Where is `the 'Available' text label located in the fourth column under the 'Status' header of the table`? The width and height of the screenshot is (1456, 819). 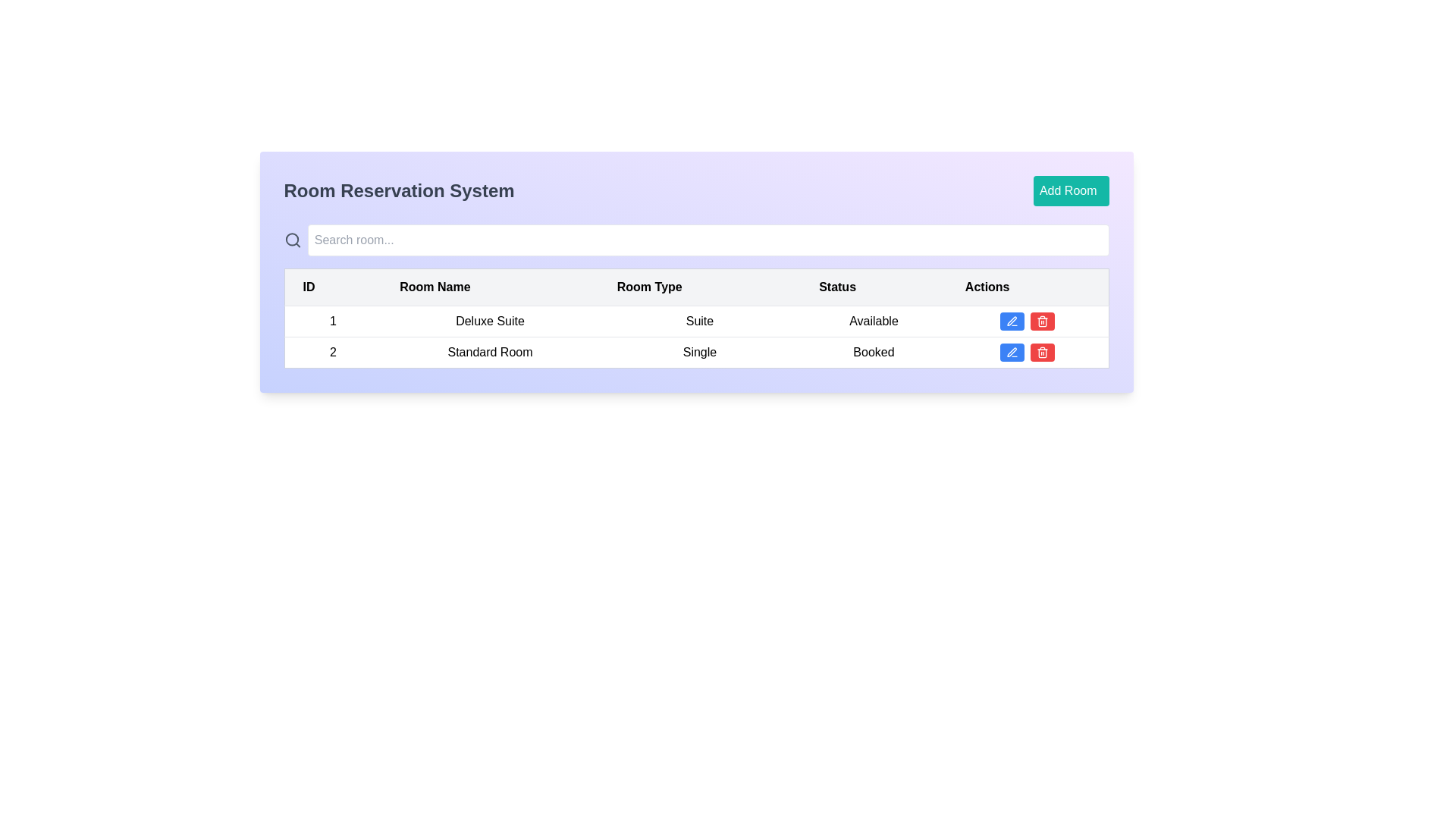 the 'Available' text label located in the fourth column under the 'Status' header of the table is located at coordinates (874, 321).